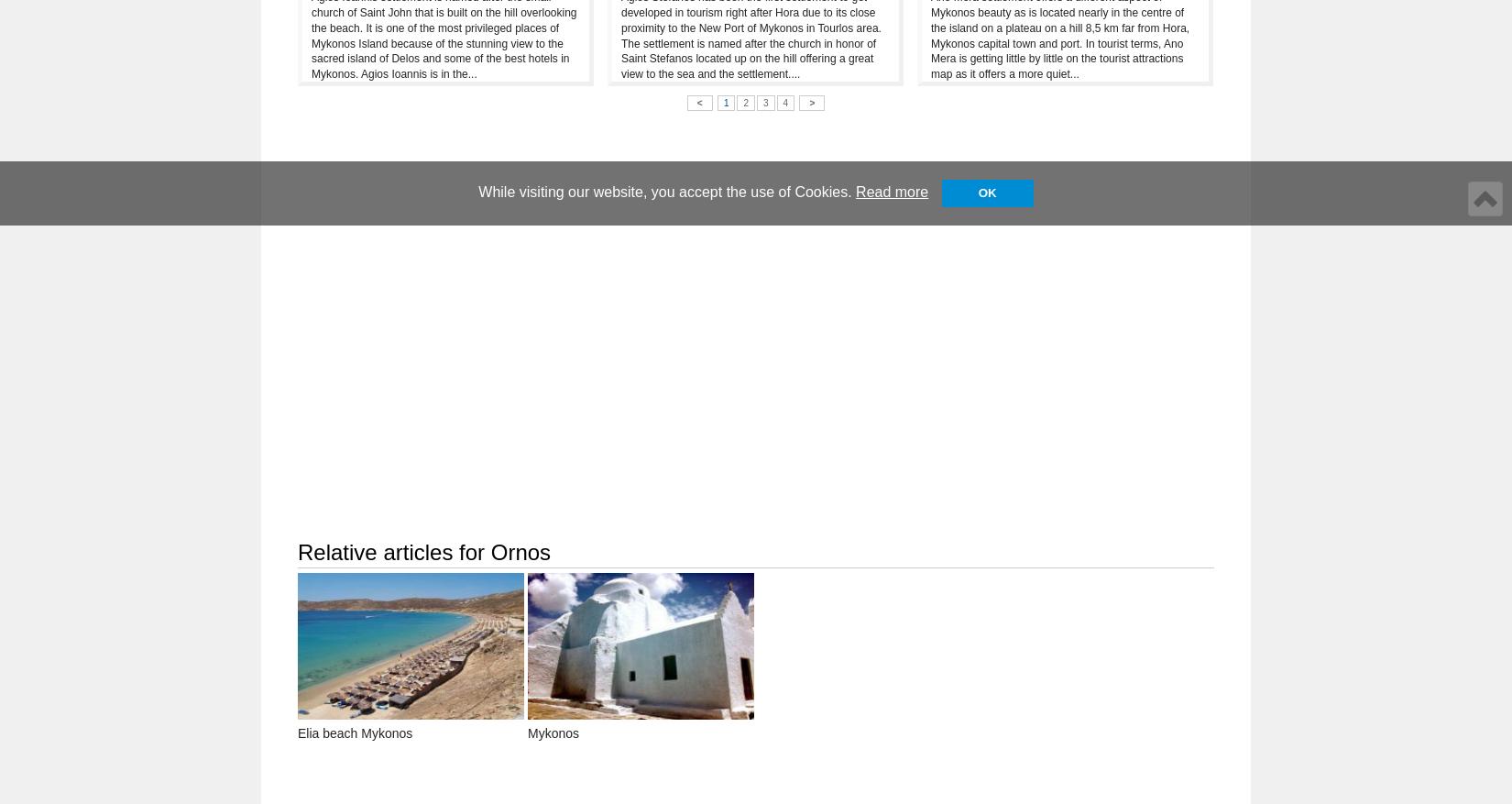 This screenshot has width=1512, height=804. What do you see at coordinates (785, 102) in the screenshot?
I see `'4'` at bounding box center [785, 102].